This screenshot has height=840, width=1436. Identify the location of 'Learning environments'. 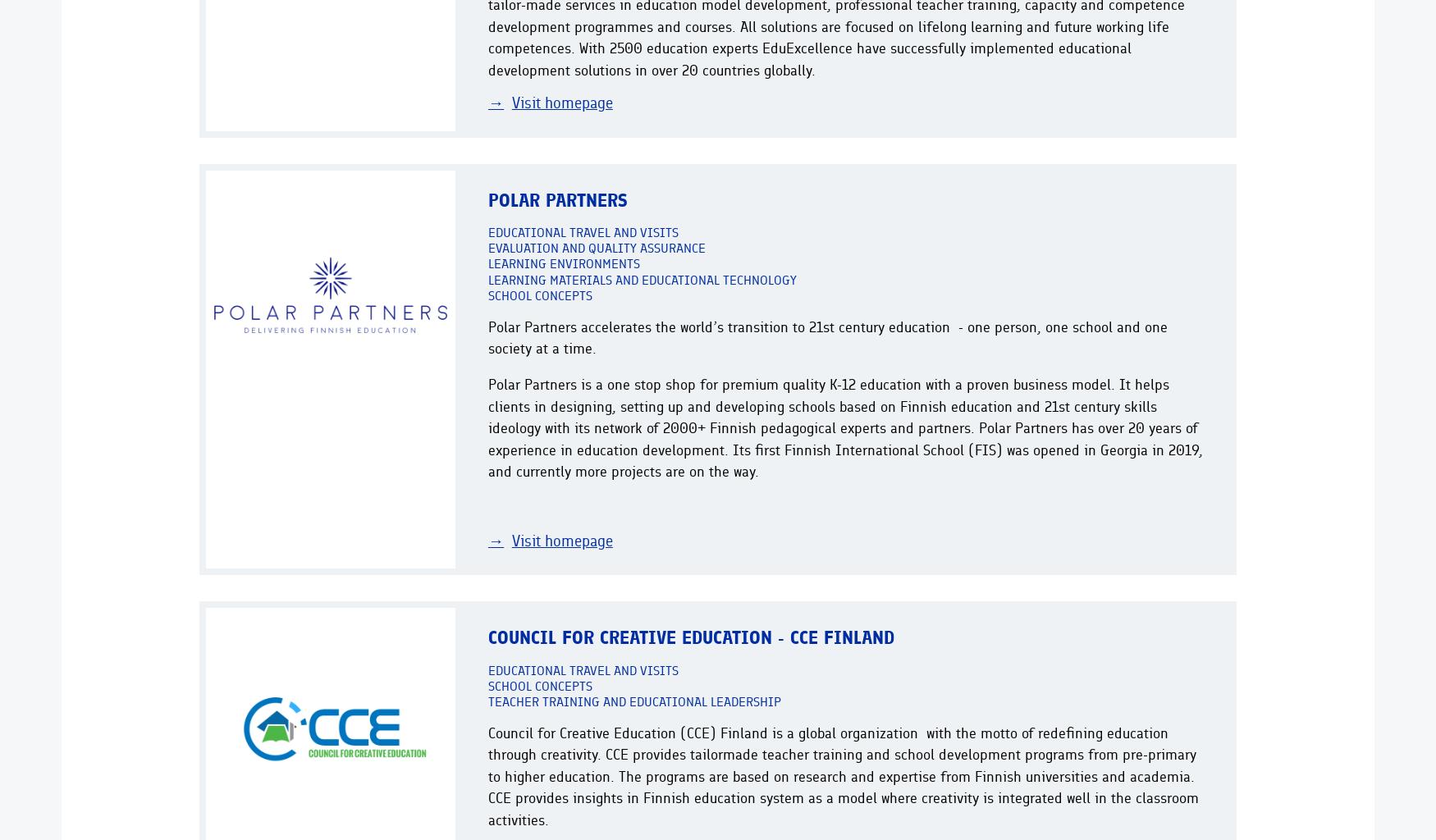
(563, 262).